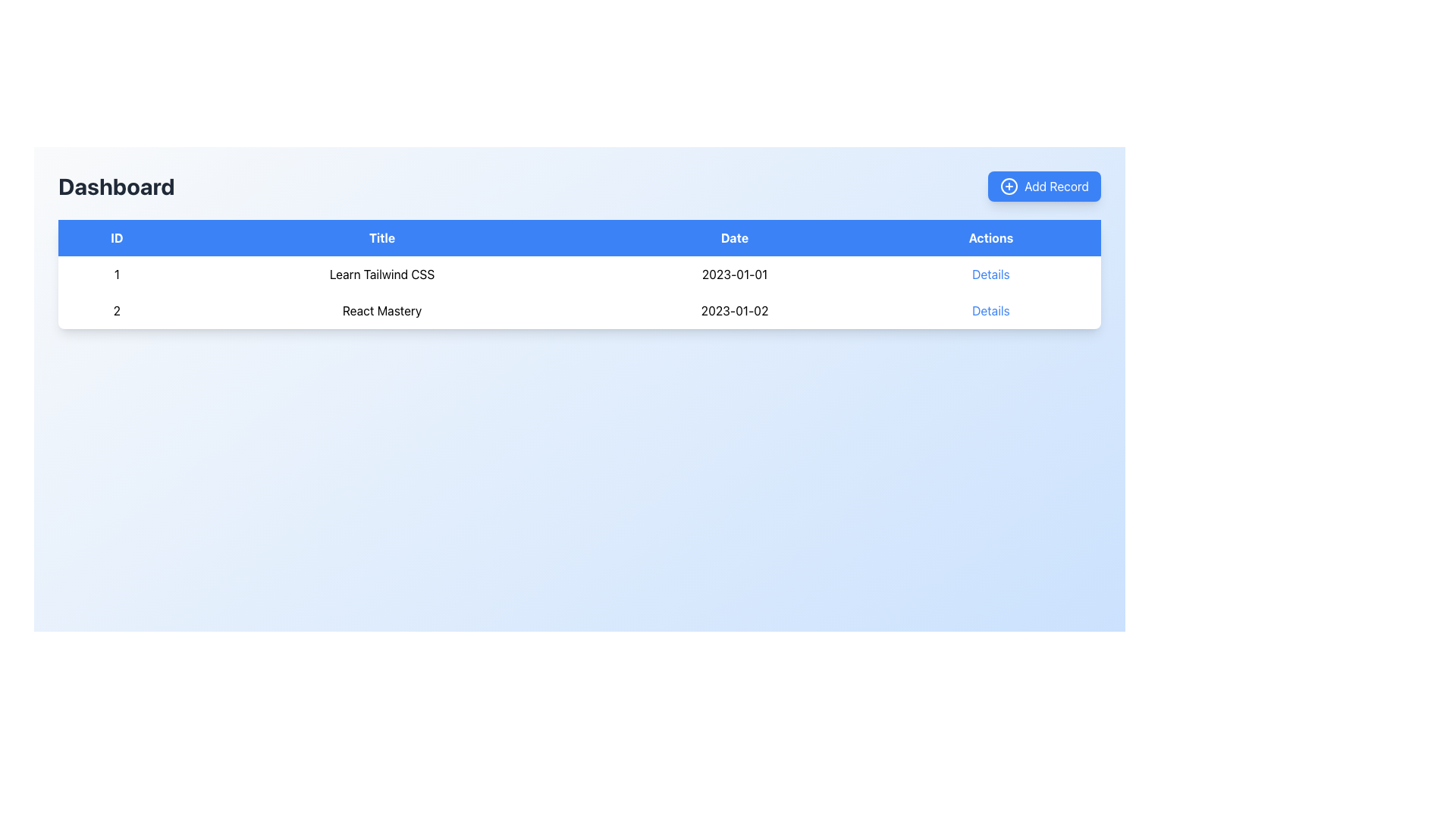  What do you see at coordinates (990, 309) in the screenshot?
I see `the 'Details' hyperlink located in the 'Actions' column of the second row of the data table` at bounding box center [990, 309].